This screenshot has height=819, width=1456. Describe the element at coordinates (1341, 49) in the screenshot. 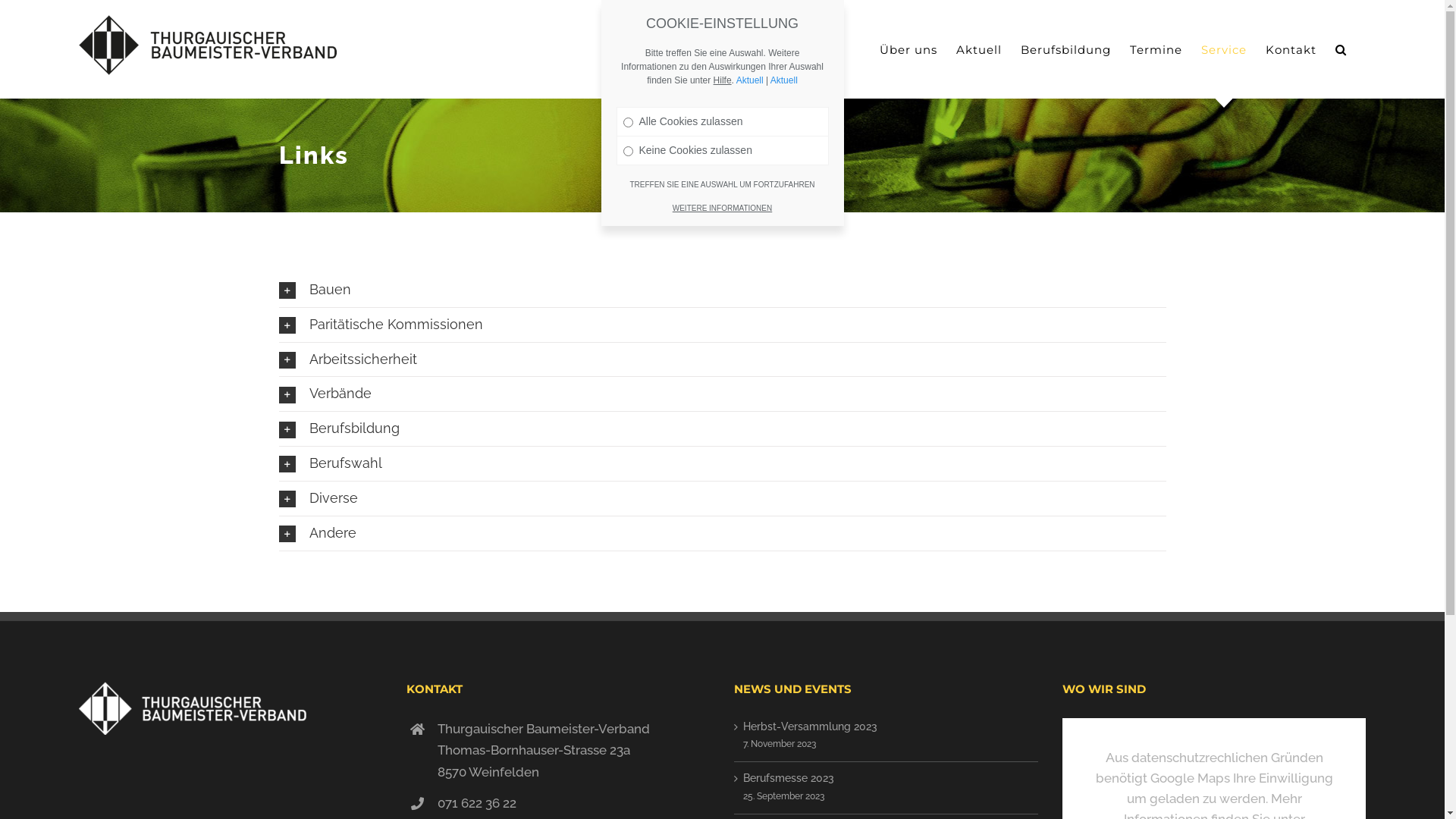

I see `'Suche'` at that location.